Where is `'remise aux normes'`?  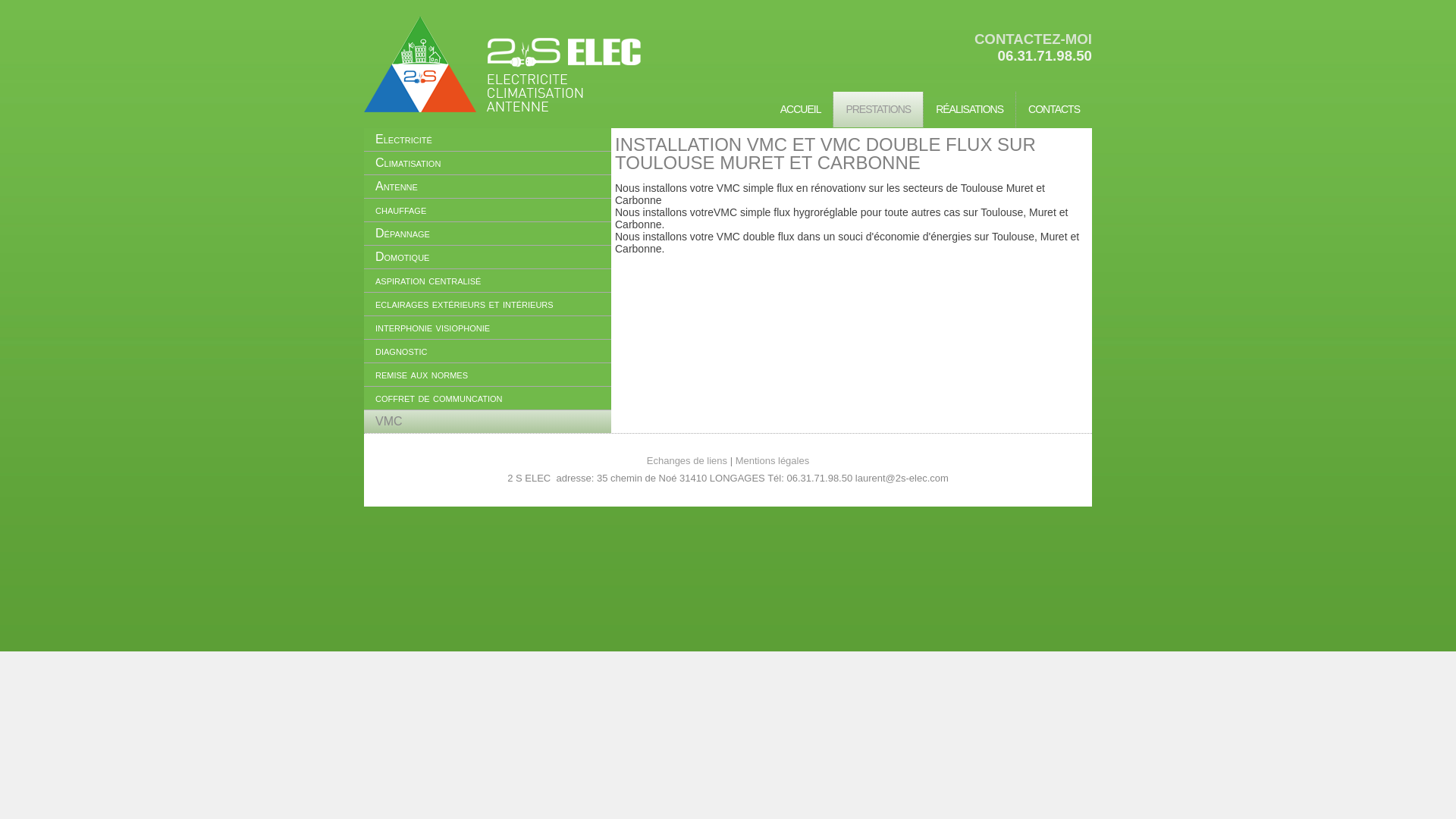
'remise aux normes' is located at coordinates (488, 374).